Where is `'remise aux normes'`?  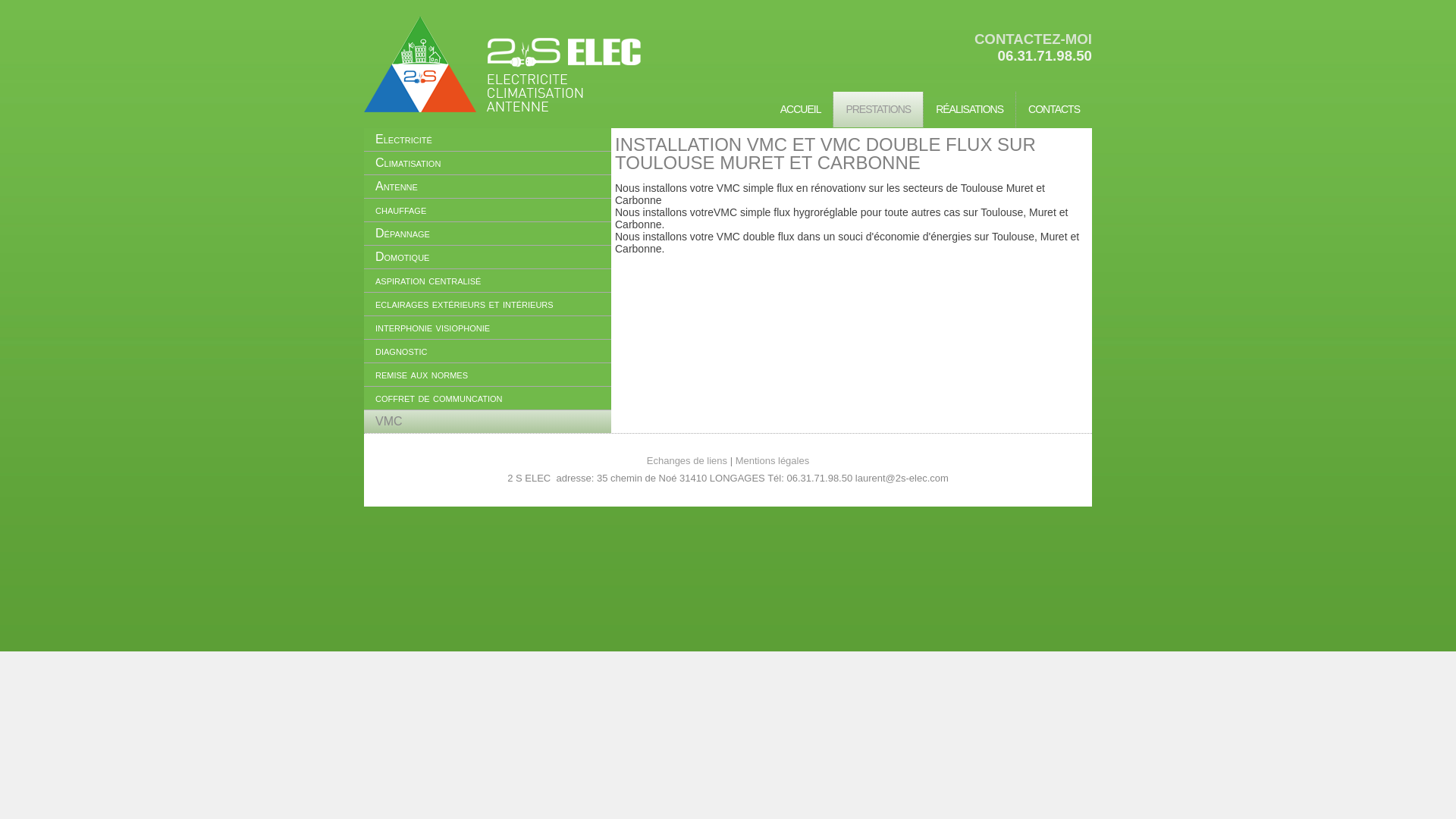
'remise aux normes' is located at coordinates (488, 374).